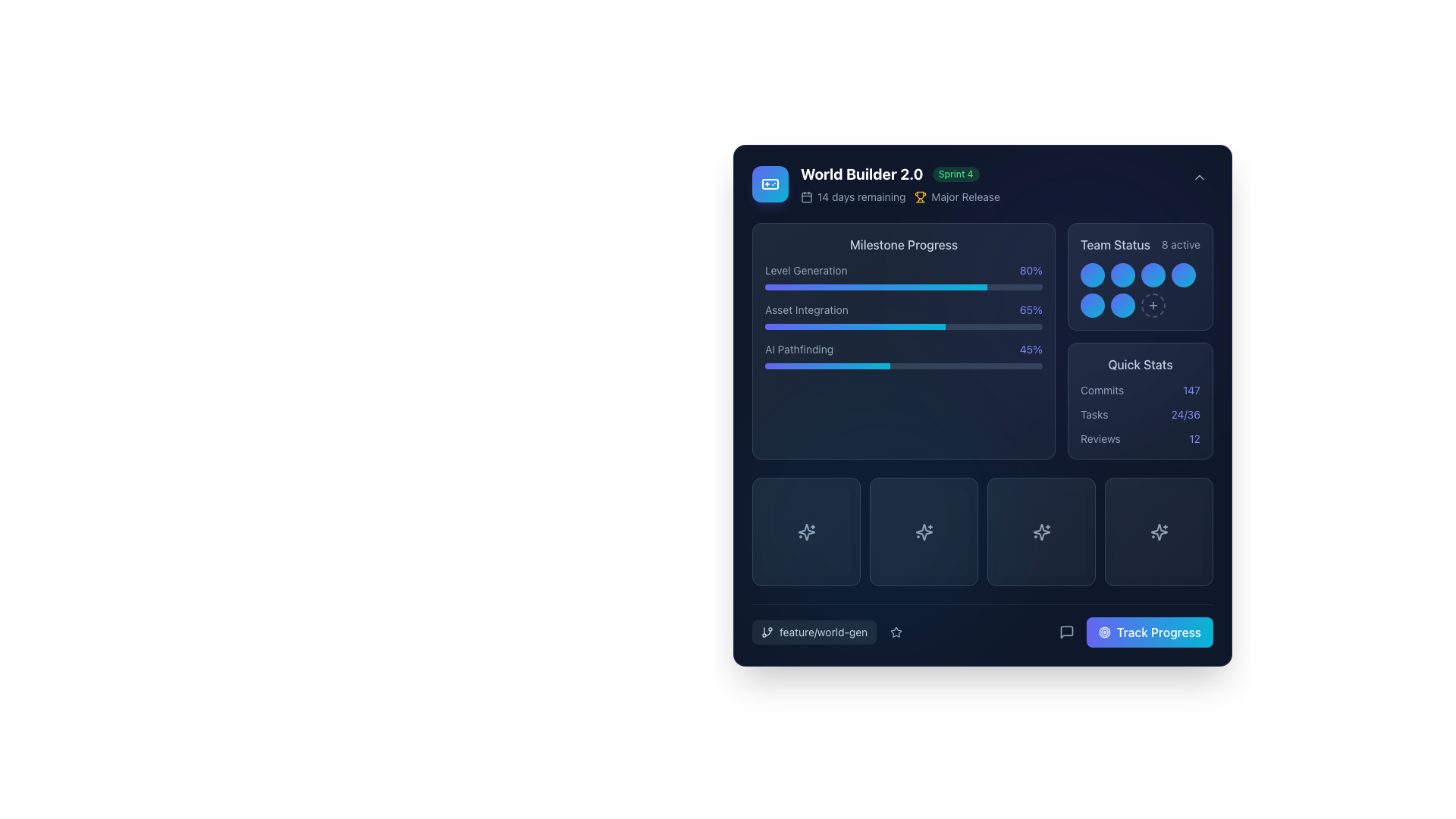 The image size is (1456, 819). I want to click on the progress bar segment located under the 'Milestone Progress' title, so click(903, 315).